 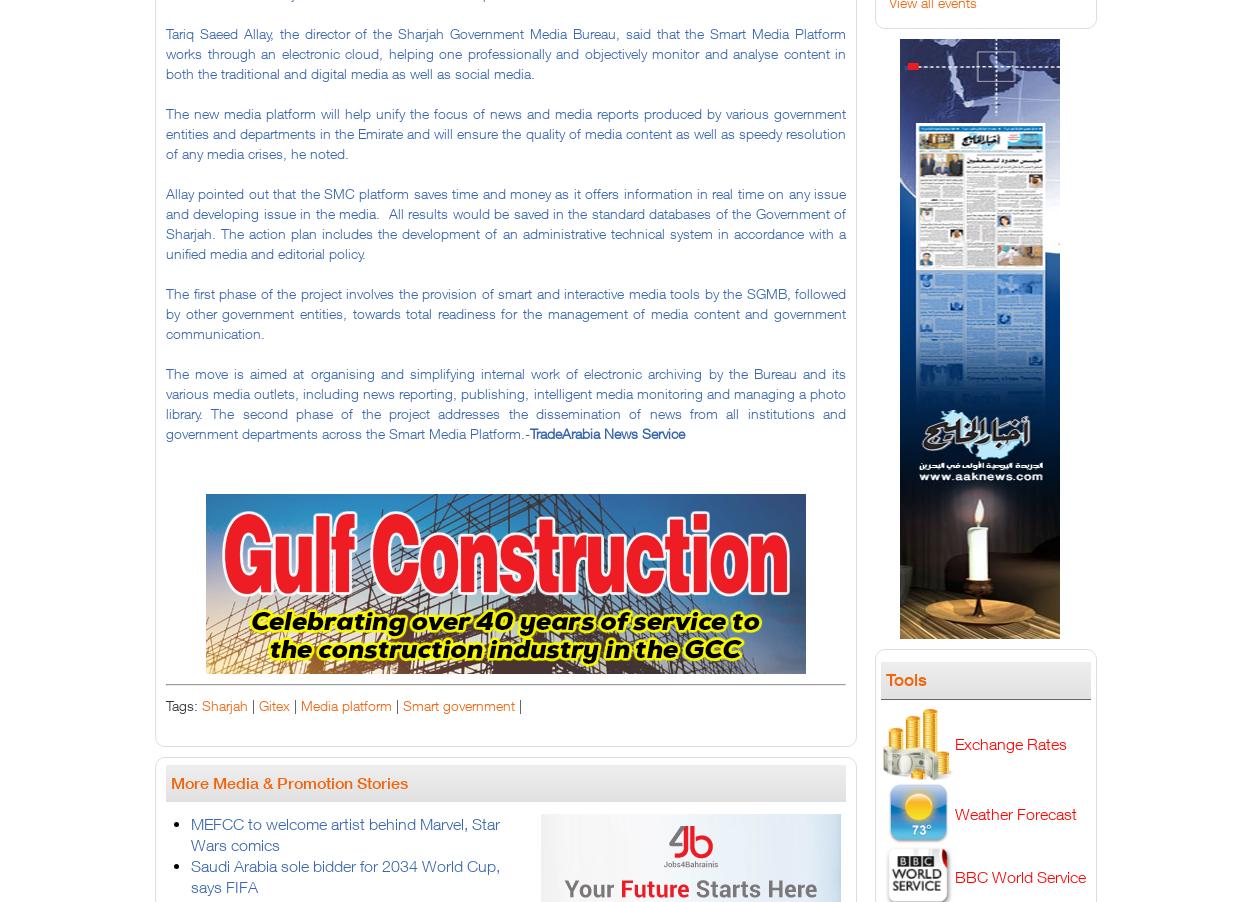 What do you see at coordinates (184, 705) in the screenshot?
I see `'Tags:'` at bounding box center [184, 705].